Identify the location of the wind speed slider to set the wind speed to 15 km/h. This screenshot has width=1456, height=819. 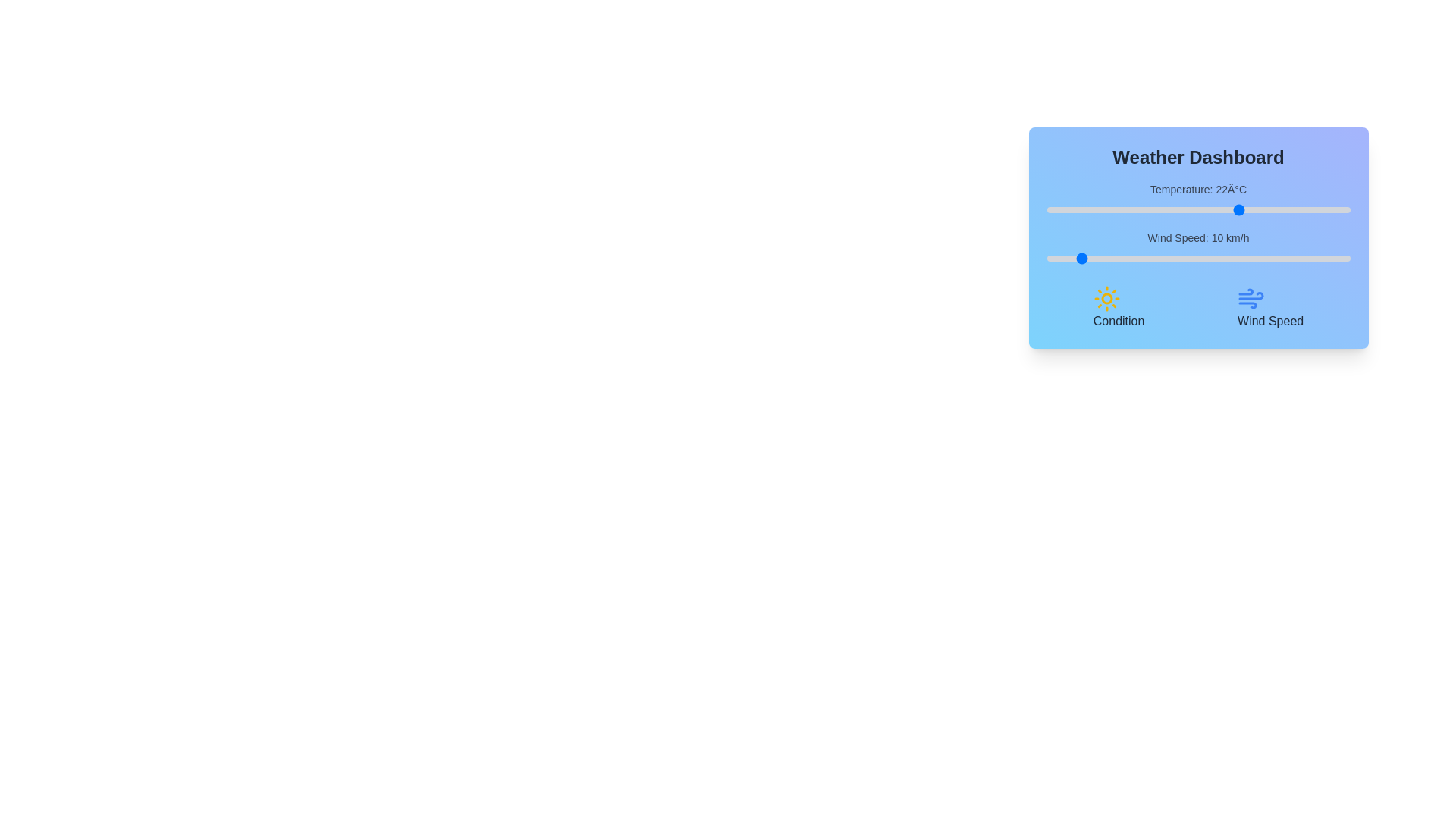
(1092, 257).